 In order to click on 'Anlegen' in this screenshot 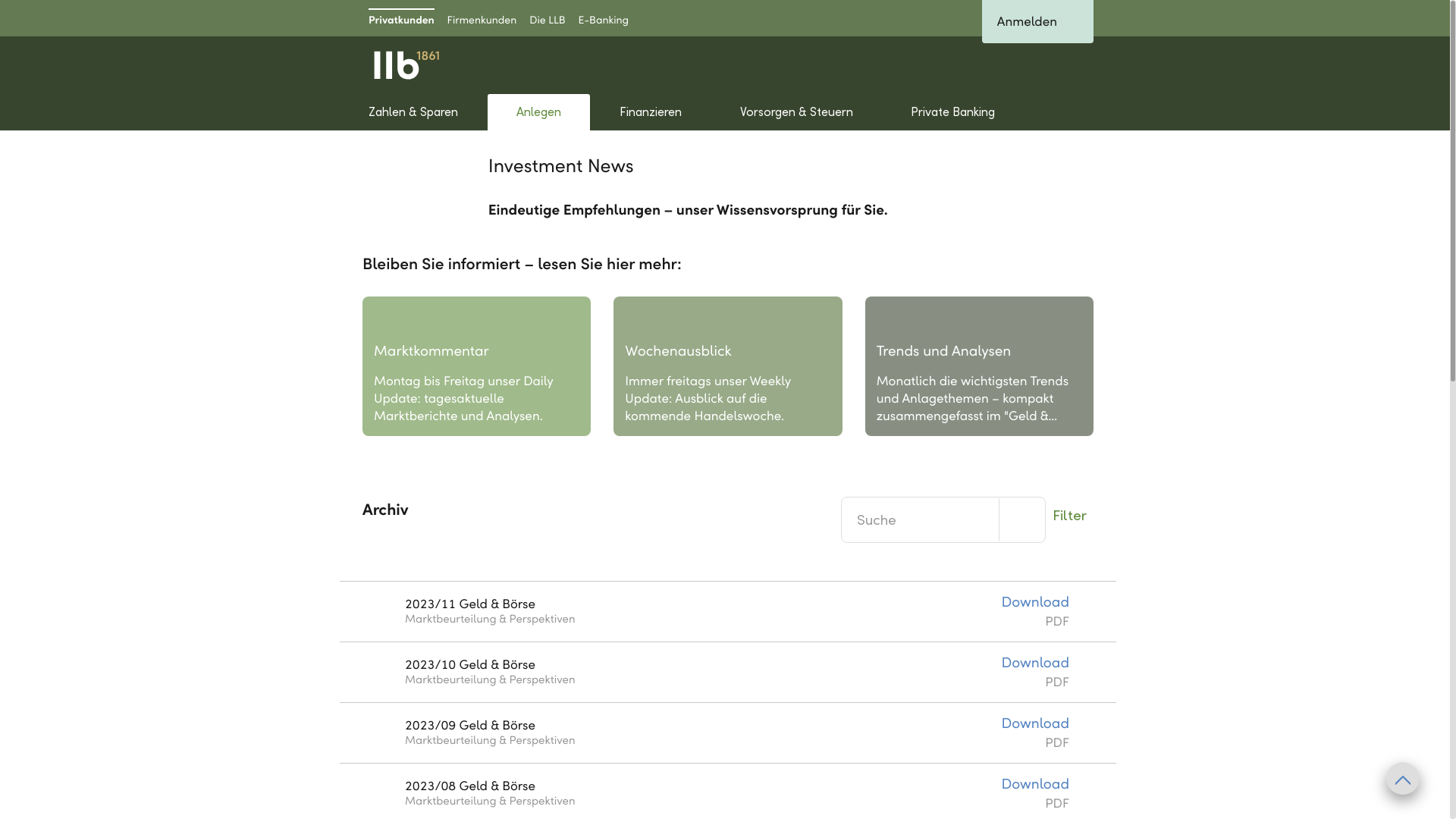, I will do `click(538, 111)`.